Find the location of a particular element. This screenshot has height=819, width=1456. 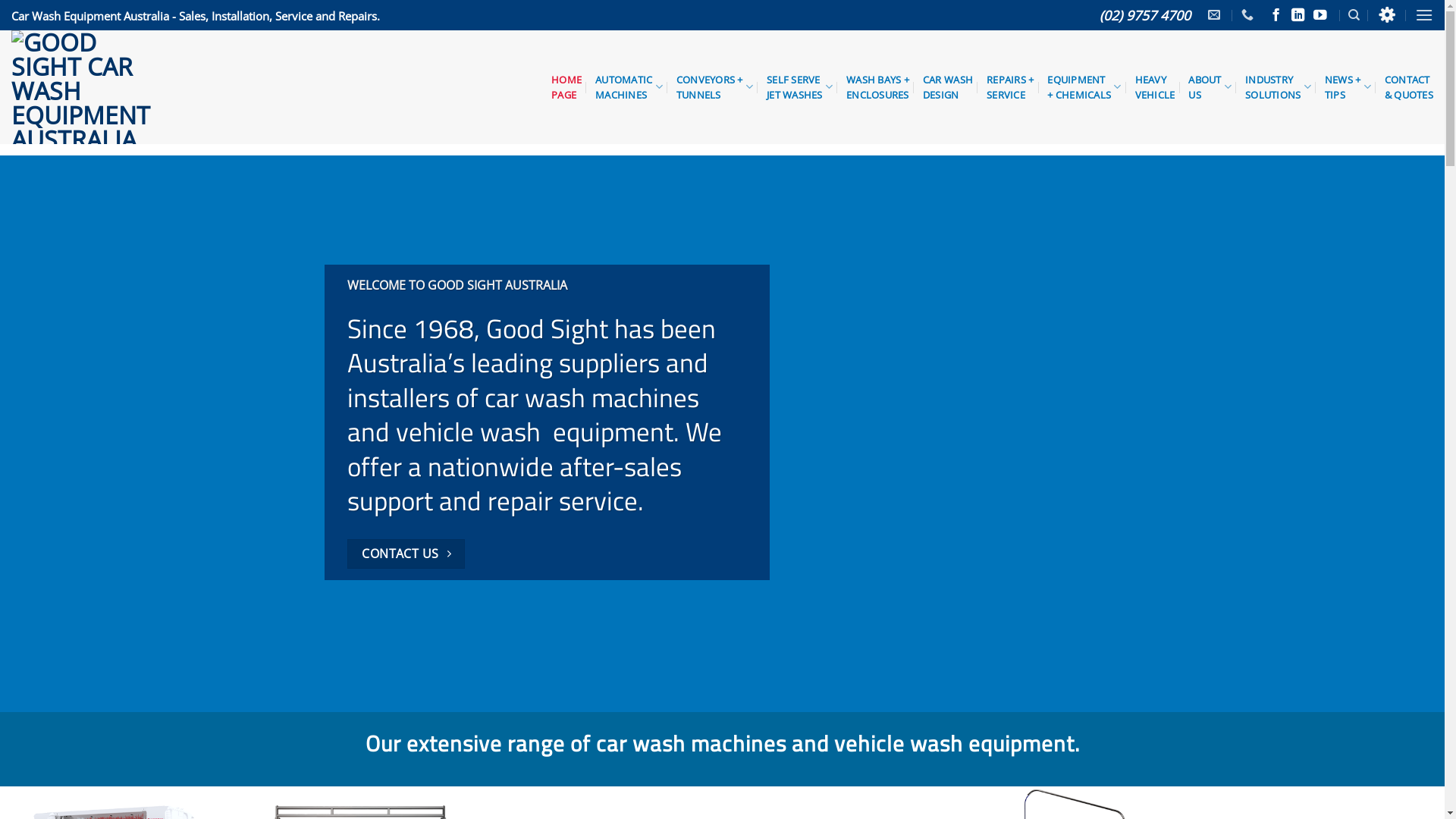

'AUTOMATIC is located at coordinates (595, 87).